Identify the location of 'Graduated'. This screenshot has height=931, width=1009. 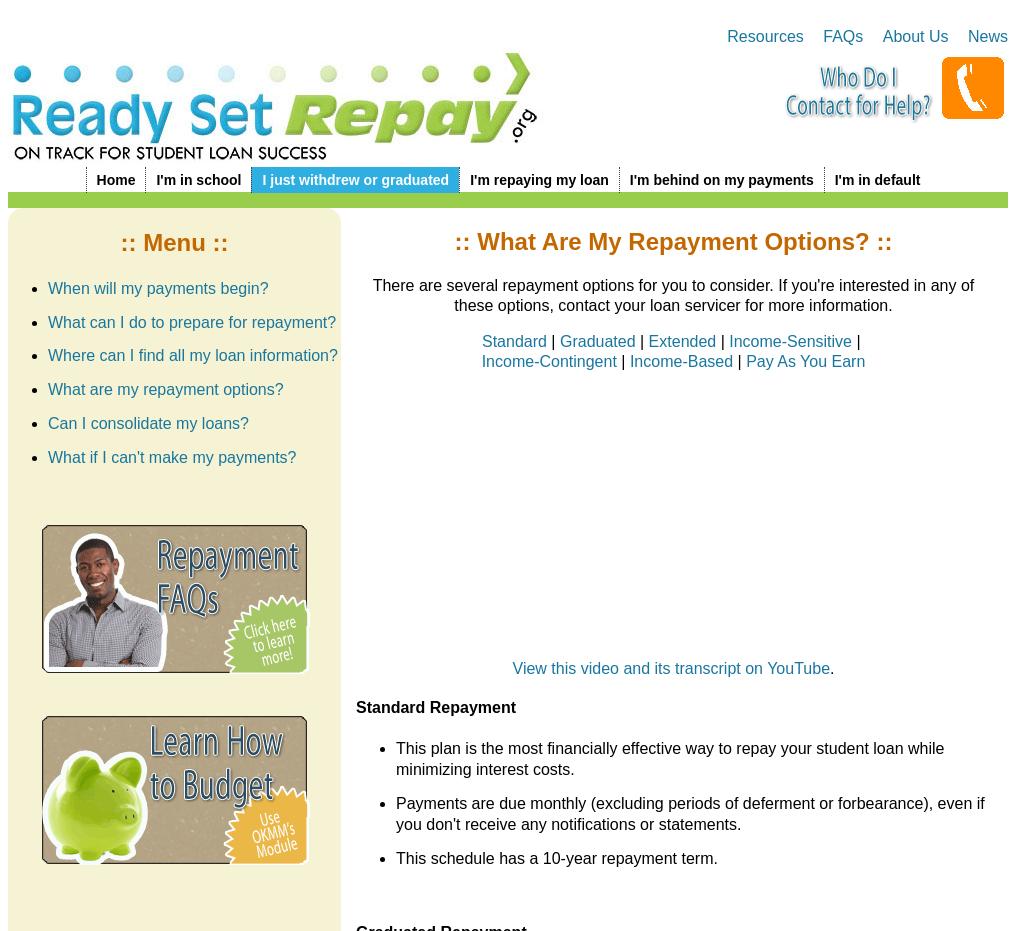
(597, 340).